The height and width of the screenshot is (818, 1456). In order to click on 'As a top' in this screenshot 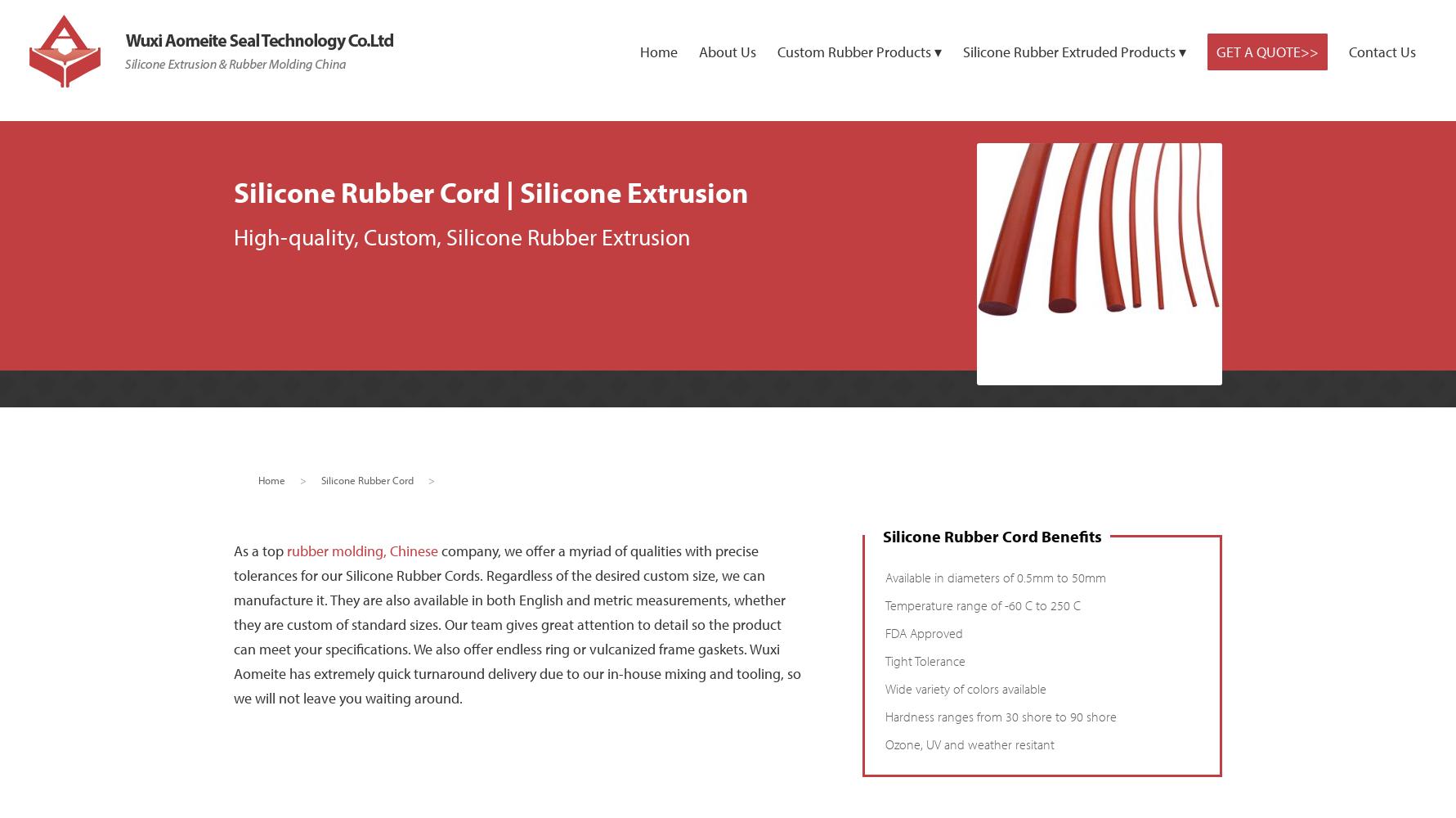, I will do `click(258, 550)`.